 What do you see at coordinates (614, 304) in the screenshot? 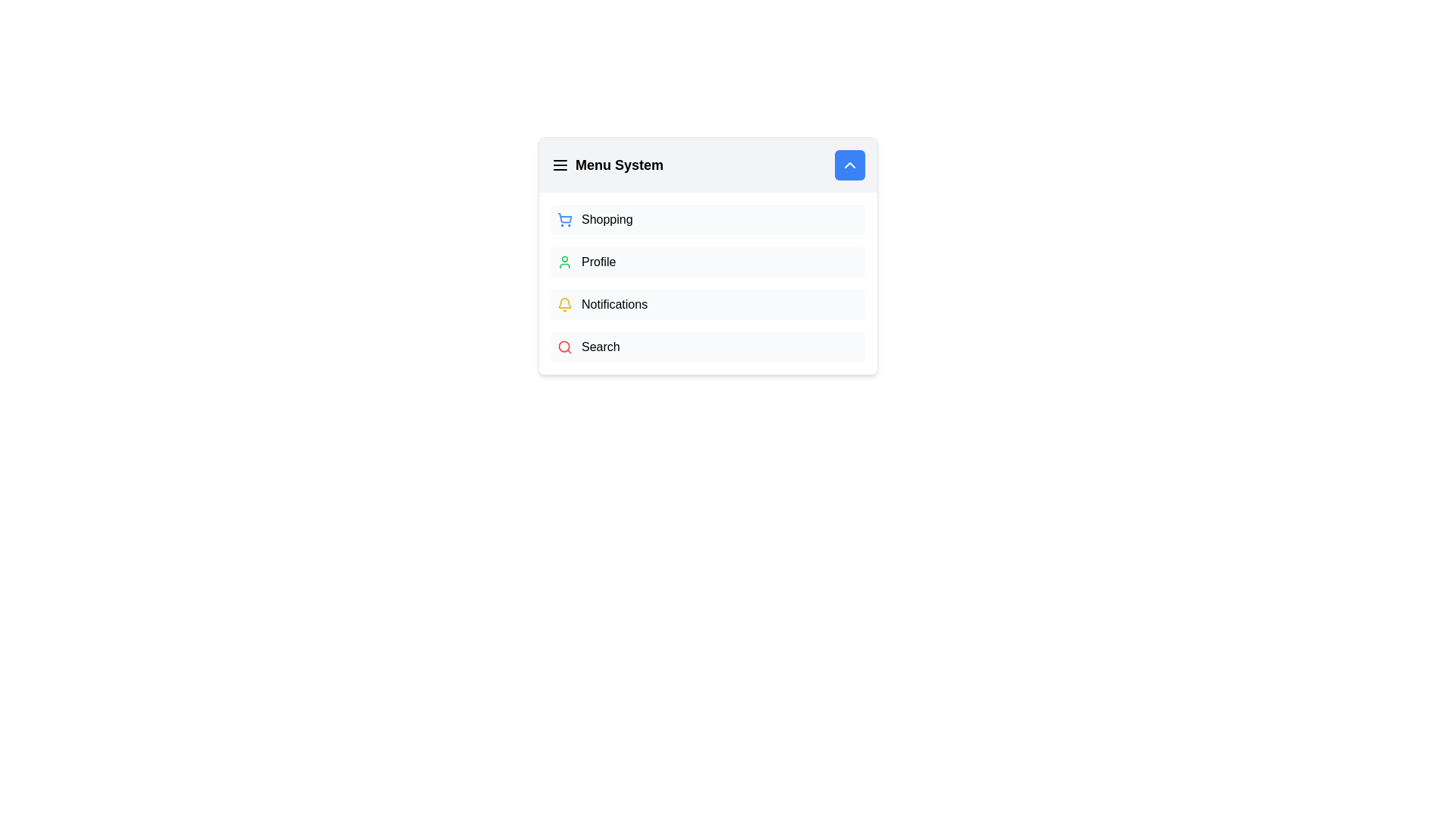
I see `the 'Notifications' text label in the vertical menu list to observe the background change` at bounding box center [614, 304].